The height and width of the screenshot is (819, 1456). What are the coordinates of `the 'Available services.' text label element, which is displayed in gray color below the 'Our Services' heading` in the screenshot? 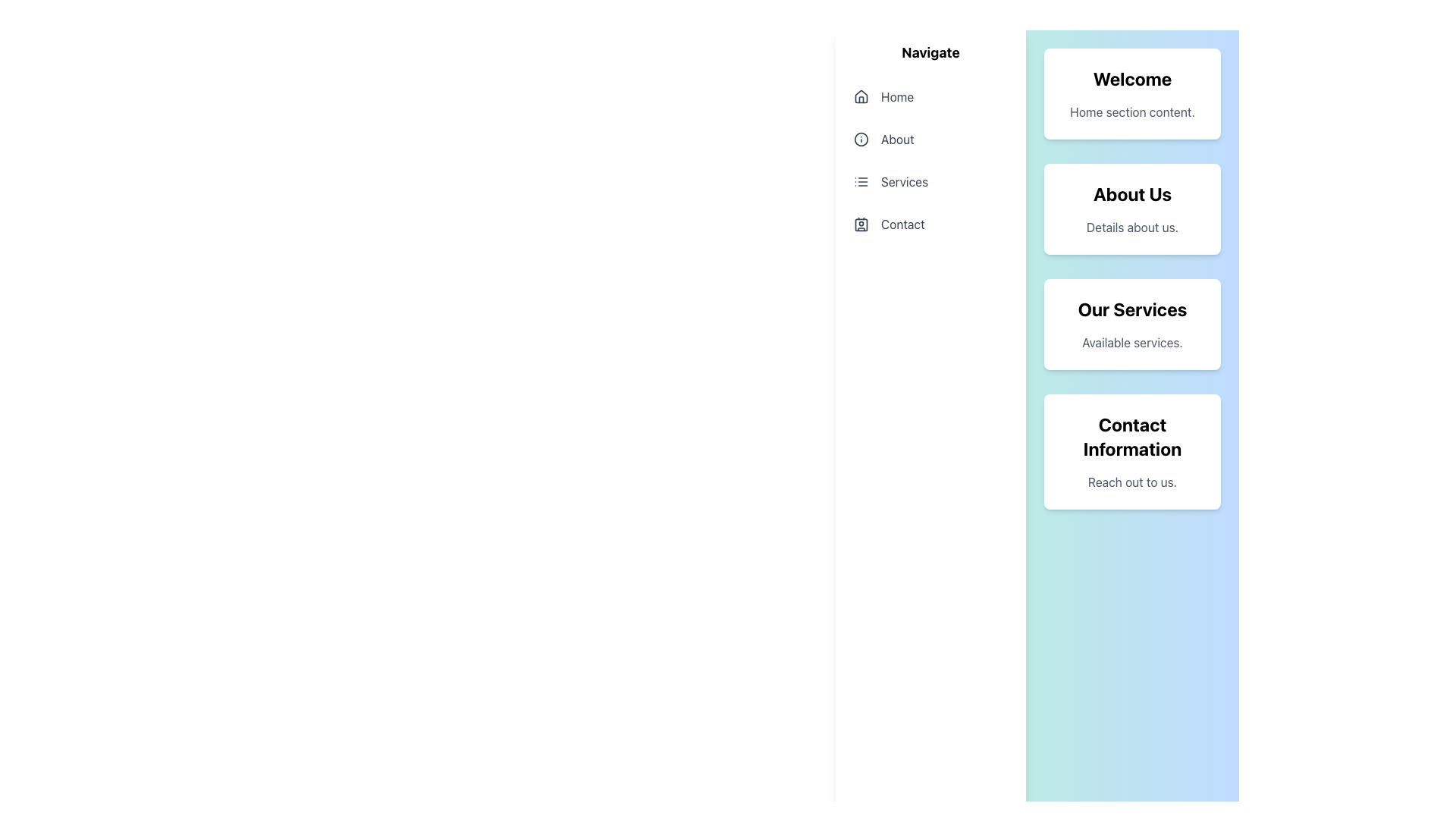 It's located at (1131, 342).